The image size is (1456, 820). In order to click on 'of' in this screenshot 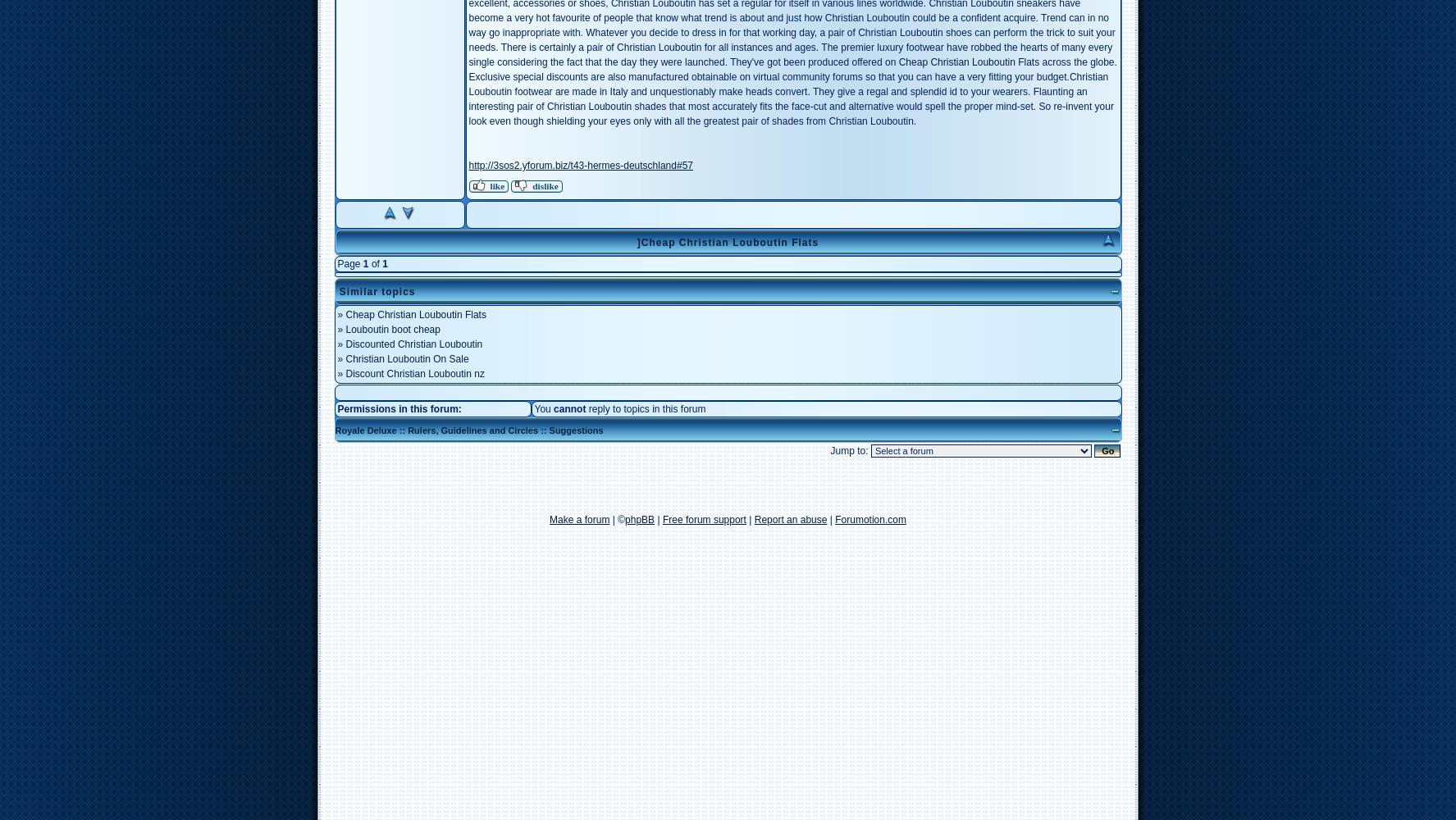, I will do `click(375, 263)`.